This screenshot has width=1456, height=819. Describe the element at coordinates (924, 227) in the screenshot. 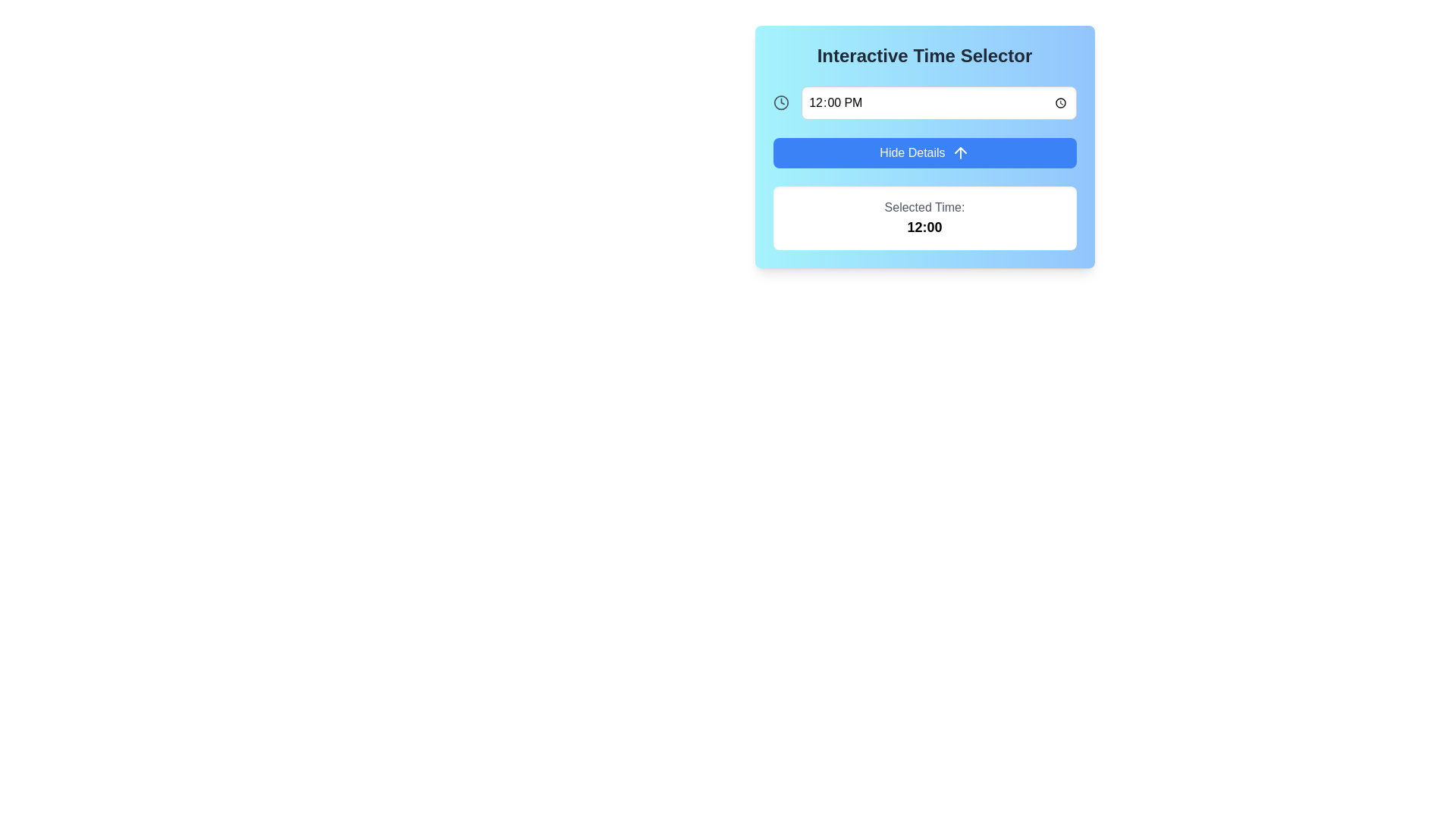

I see `the static text label that displays the currently selected time in the Interactive Time Selector interface, located beneath the 'Selected Time:' text` at that location.